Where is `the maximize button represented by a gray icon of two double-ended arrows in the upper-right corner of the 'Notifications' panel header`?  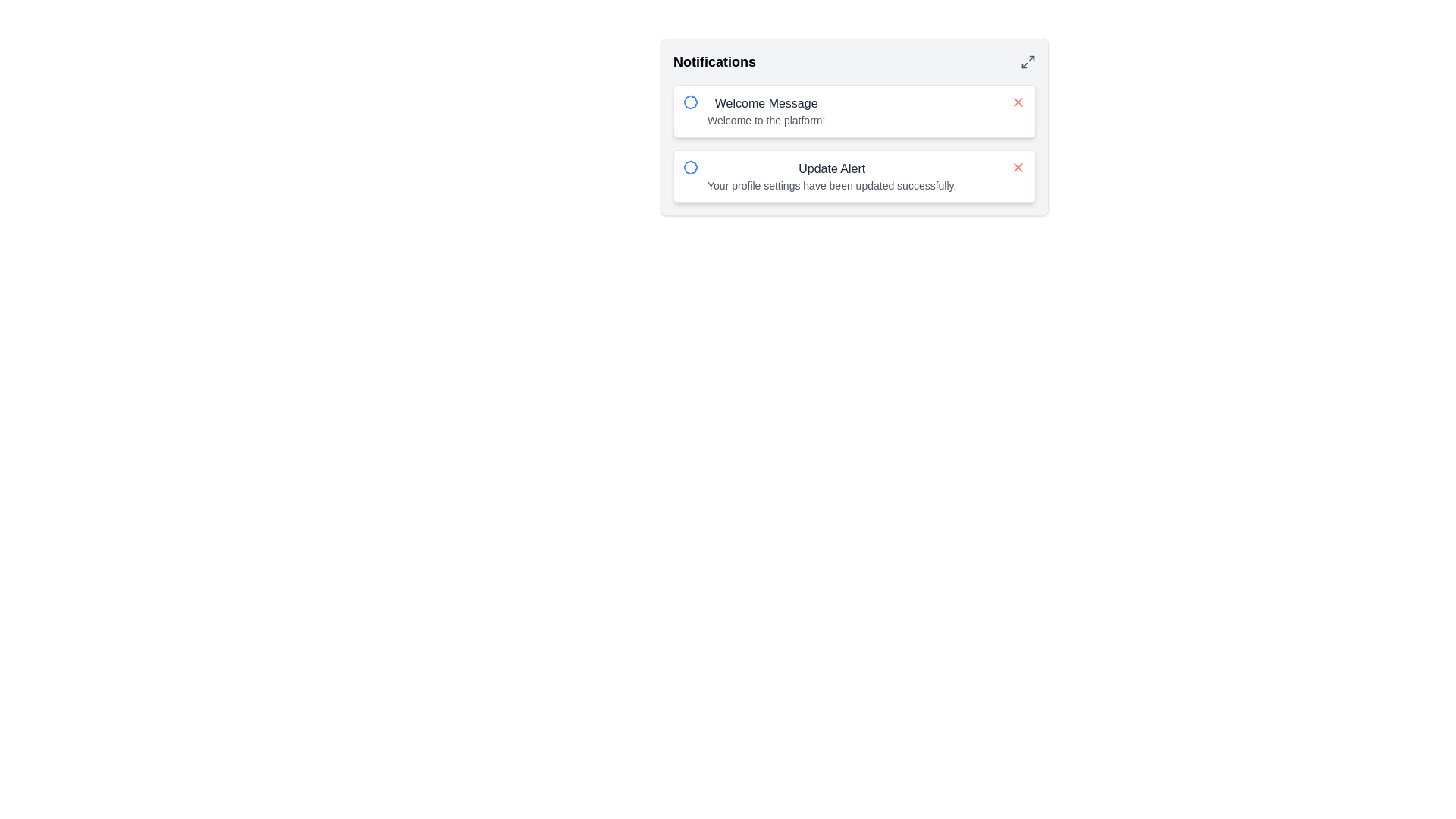 the maximize button represented by a gray icon of two double-ended arrows in the upper-right corner of the 'Notifications' panel header is located at coordinates (1028, 61).